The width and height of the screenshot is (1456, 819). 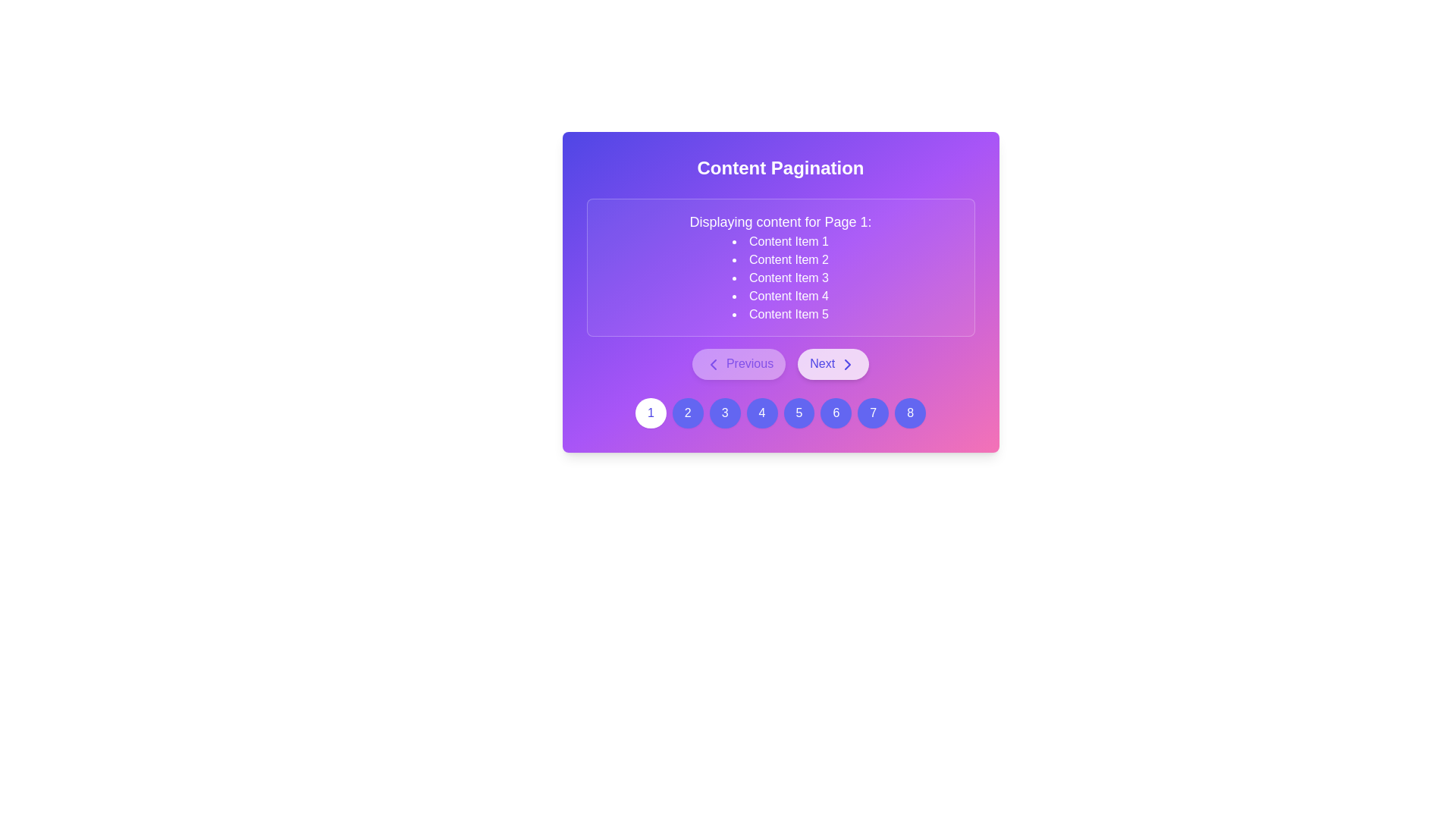 What do you see at coordinates (846, 364) in the screenshot?
I see `the arrow icon within the 'Next' button` at bounding box center [846, 364].